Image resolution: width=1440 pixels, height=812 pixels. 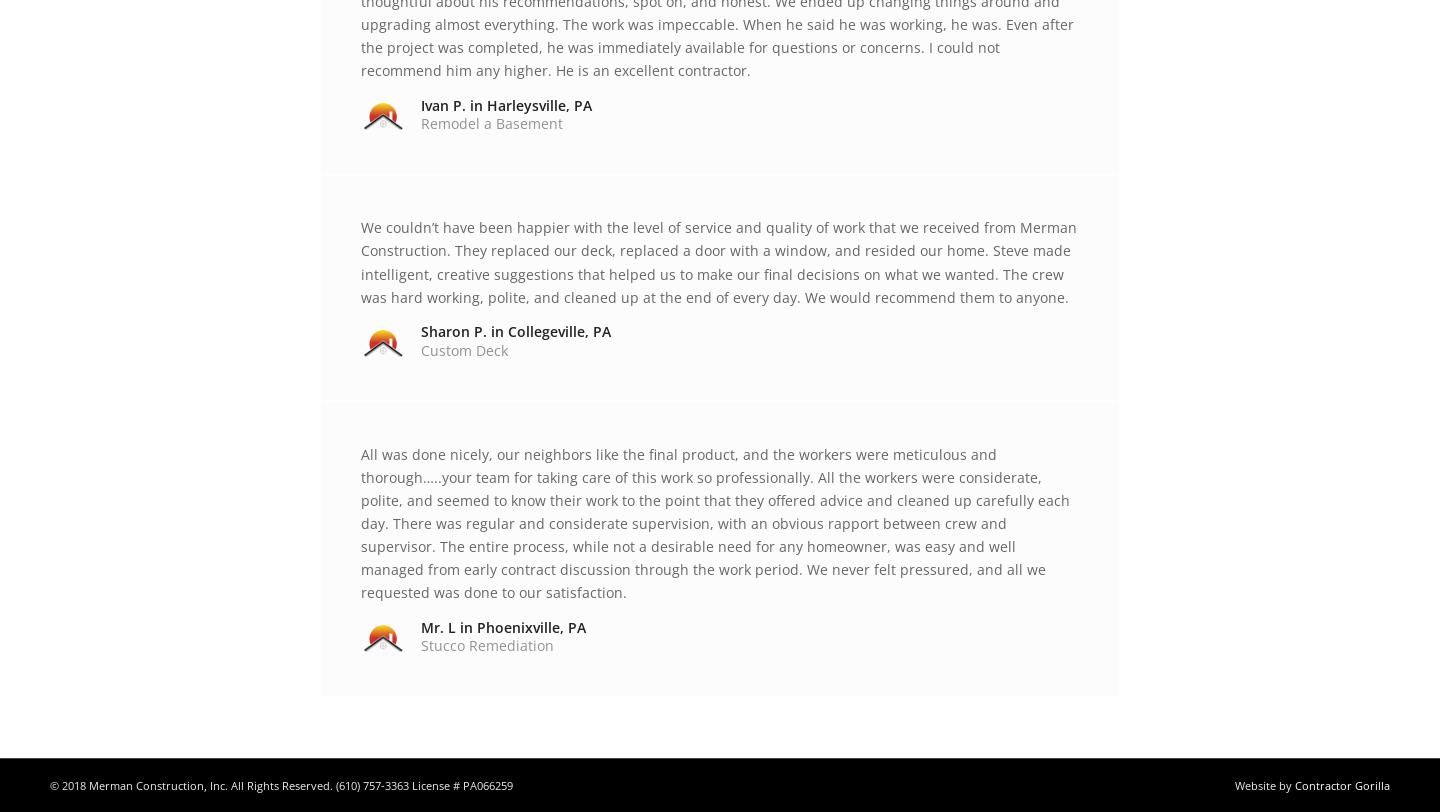 I want to click on 'Website by', so click(x=1233, y=784).